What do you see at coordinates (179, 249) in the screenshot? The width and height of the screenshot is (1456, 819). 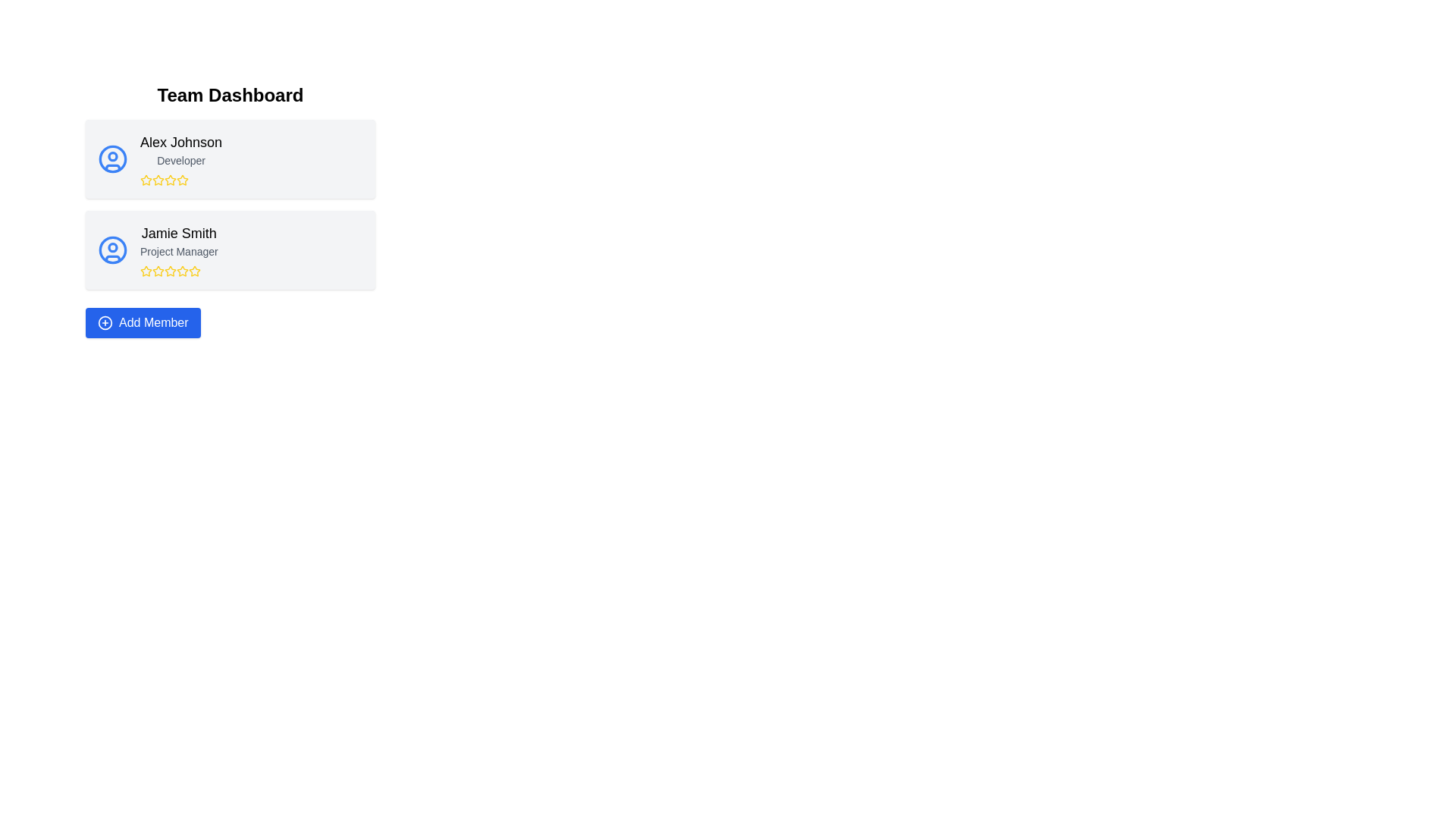 I see `the team member label displaying their name and job title, located in the second card of the team dashboard, centrally positioned above the rating stars` at bounding box center [179, 249].